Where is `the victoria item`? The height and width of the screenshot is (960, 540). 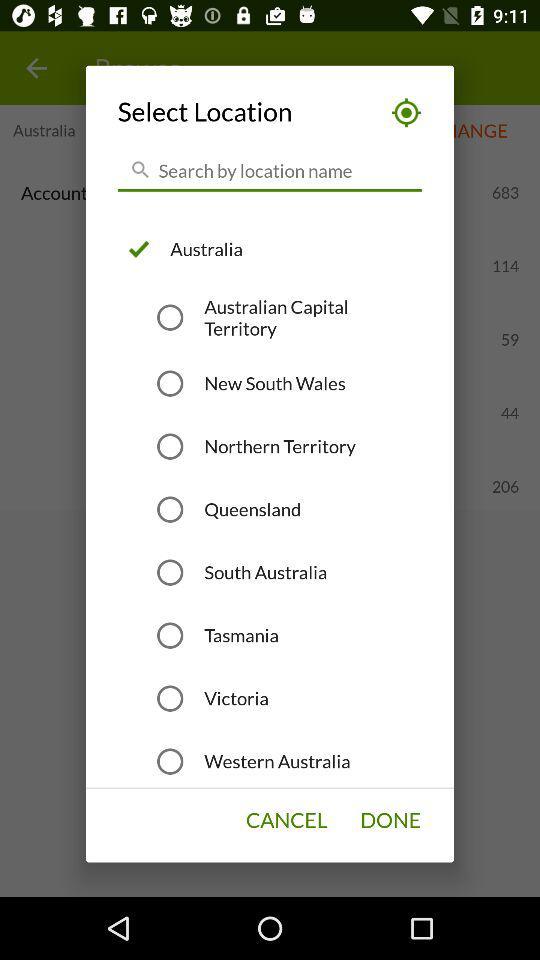 the victoria item is located at coordinates (235, 698).